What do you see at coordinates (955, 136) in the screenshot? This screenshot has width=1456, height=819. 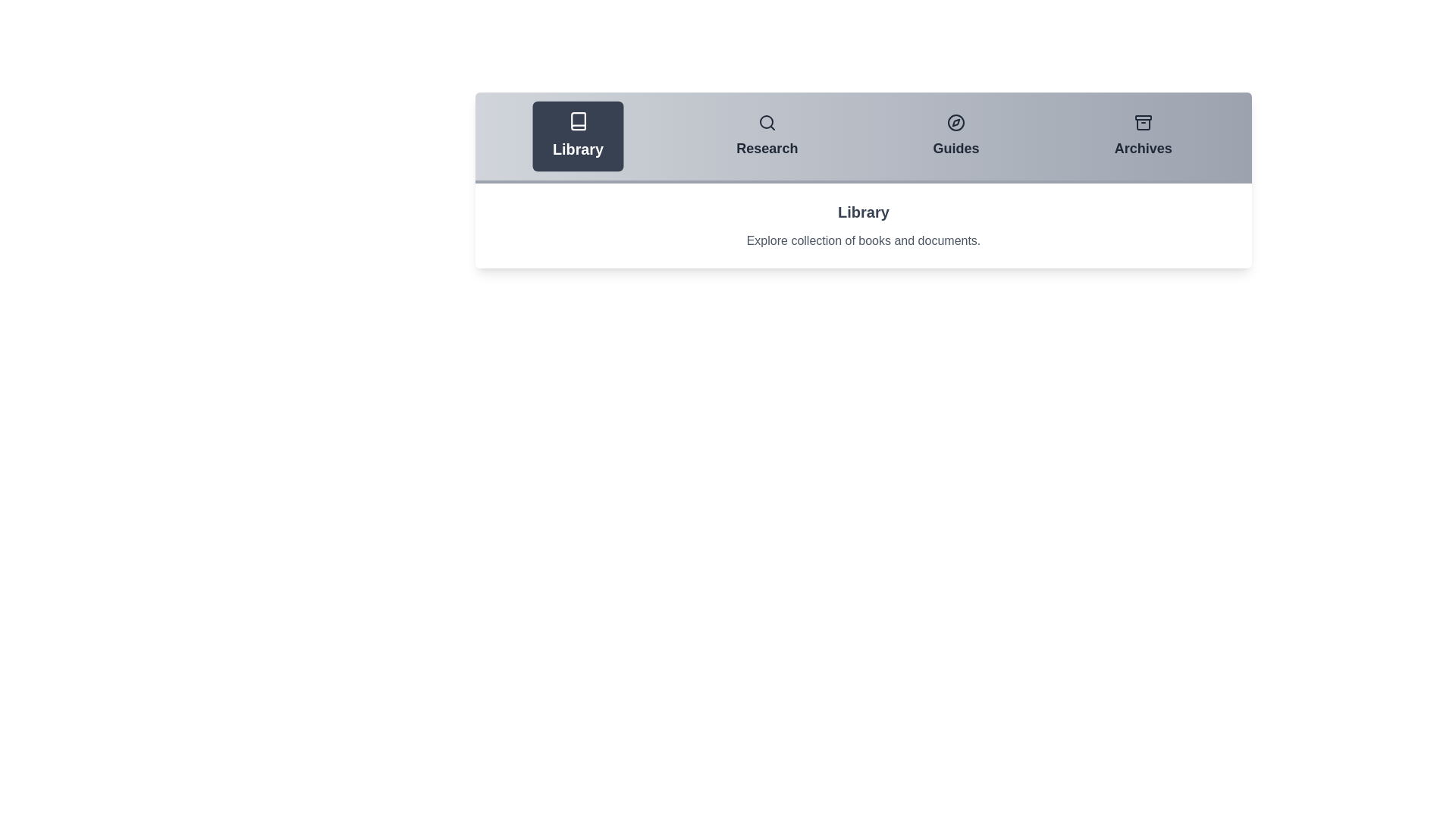 I see `the Guides tab to view its contents` at bounding box center [955, 136].